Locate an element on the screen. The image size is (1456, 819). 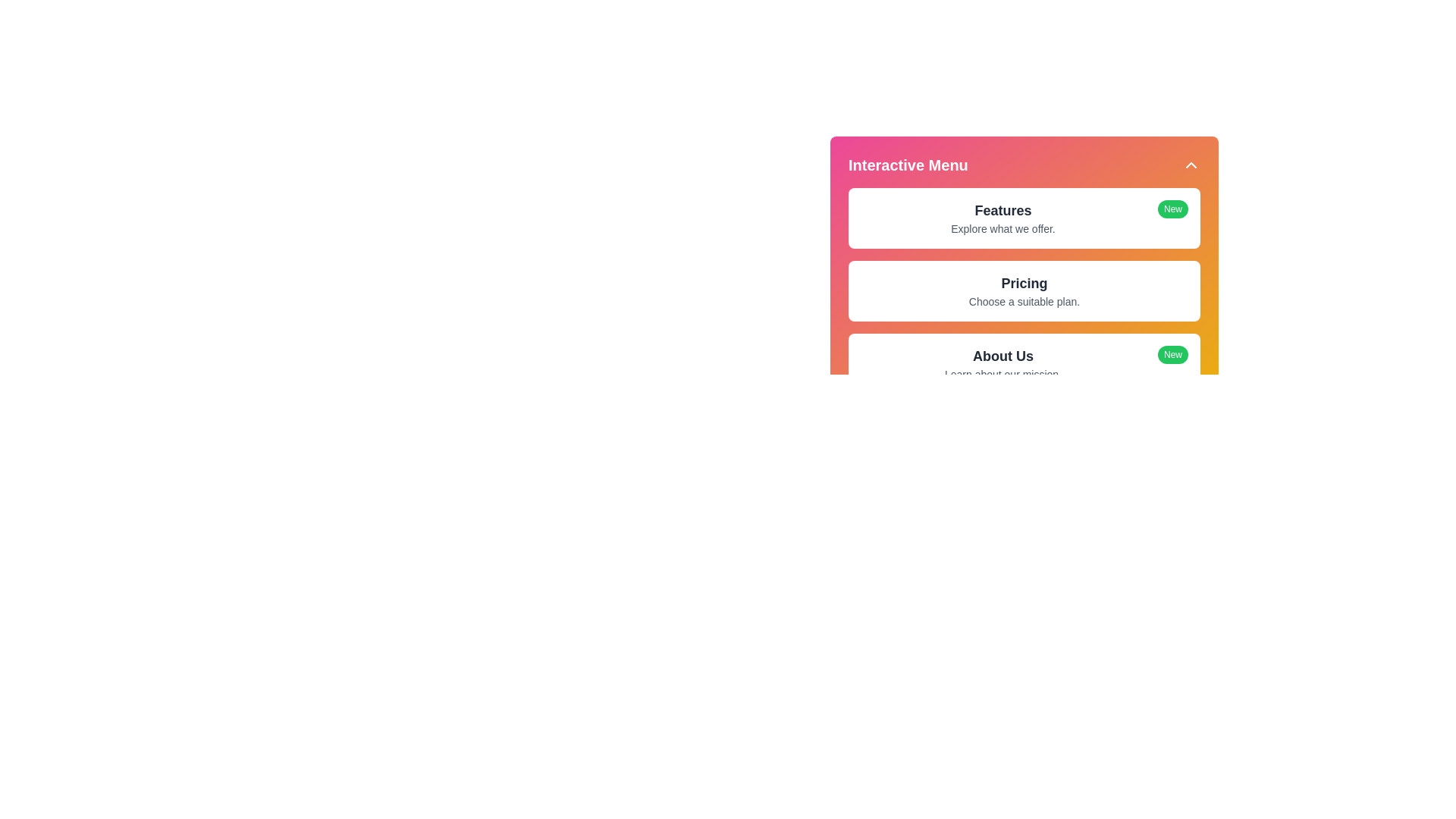
the expand/collapse button to toggle the menu panel is located at coordinates (1190, 165).